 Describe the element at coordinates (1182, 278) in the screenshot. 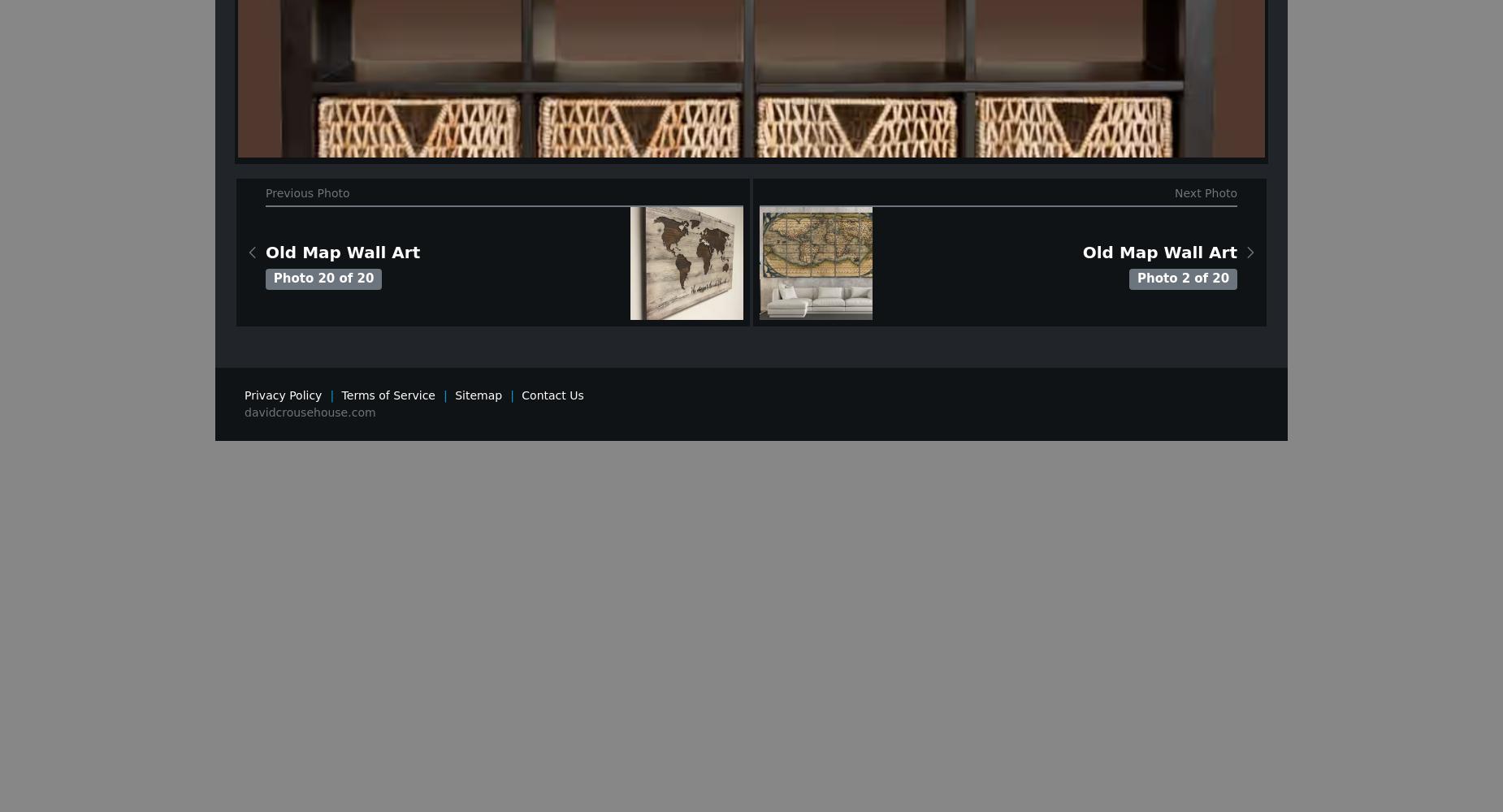

I see `'Photo 2 of 20'` at that location.